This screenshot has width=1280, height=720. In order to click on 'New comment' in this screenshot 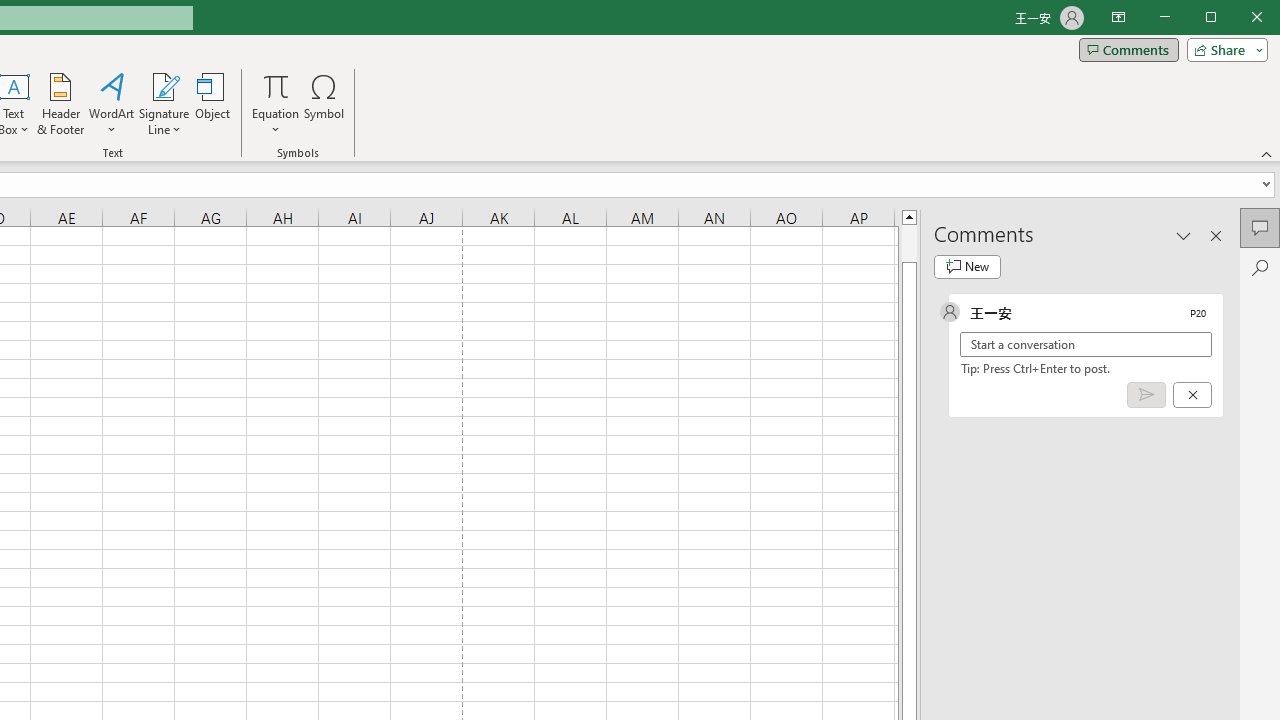, I will do `click(967, 266)`.